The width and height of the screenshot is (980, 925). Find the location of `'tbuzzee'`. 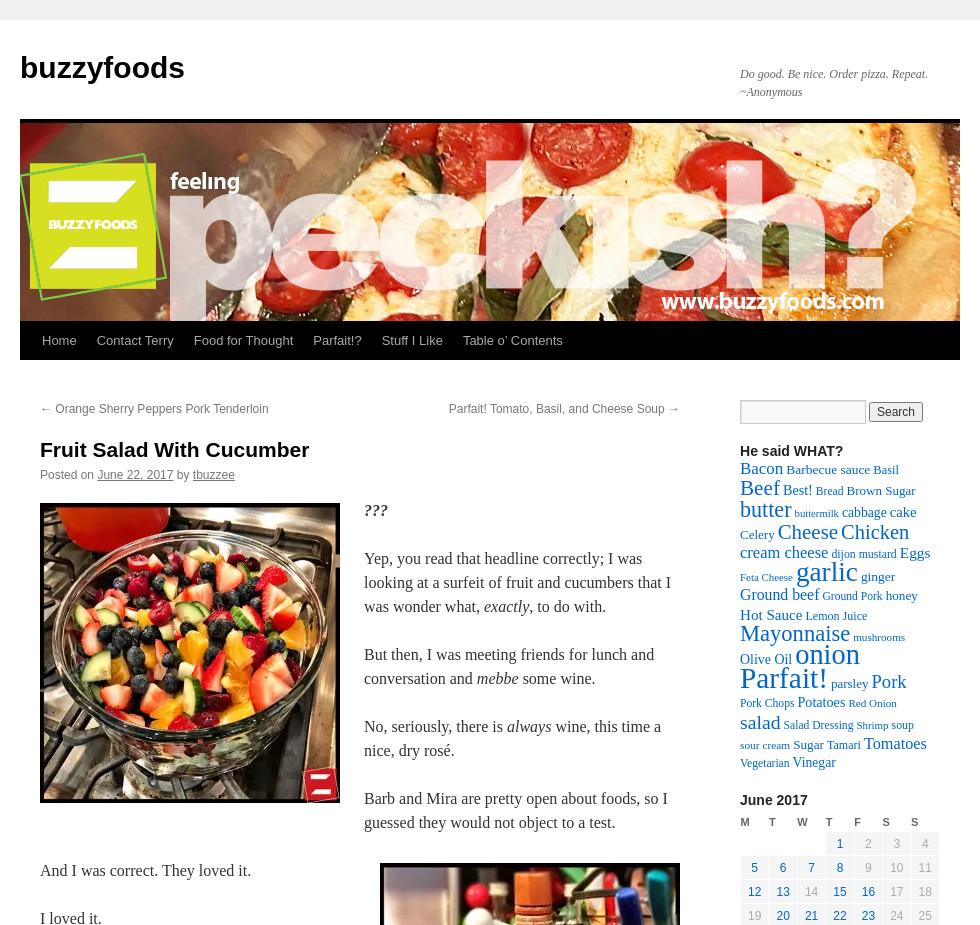

'tbuzzee' is located at coordinates (212, 474).